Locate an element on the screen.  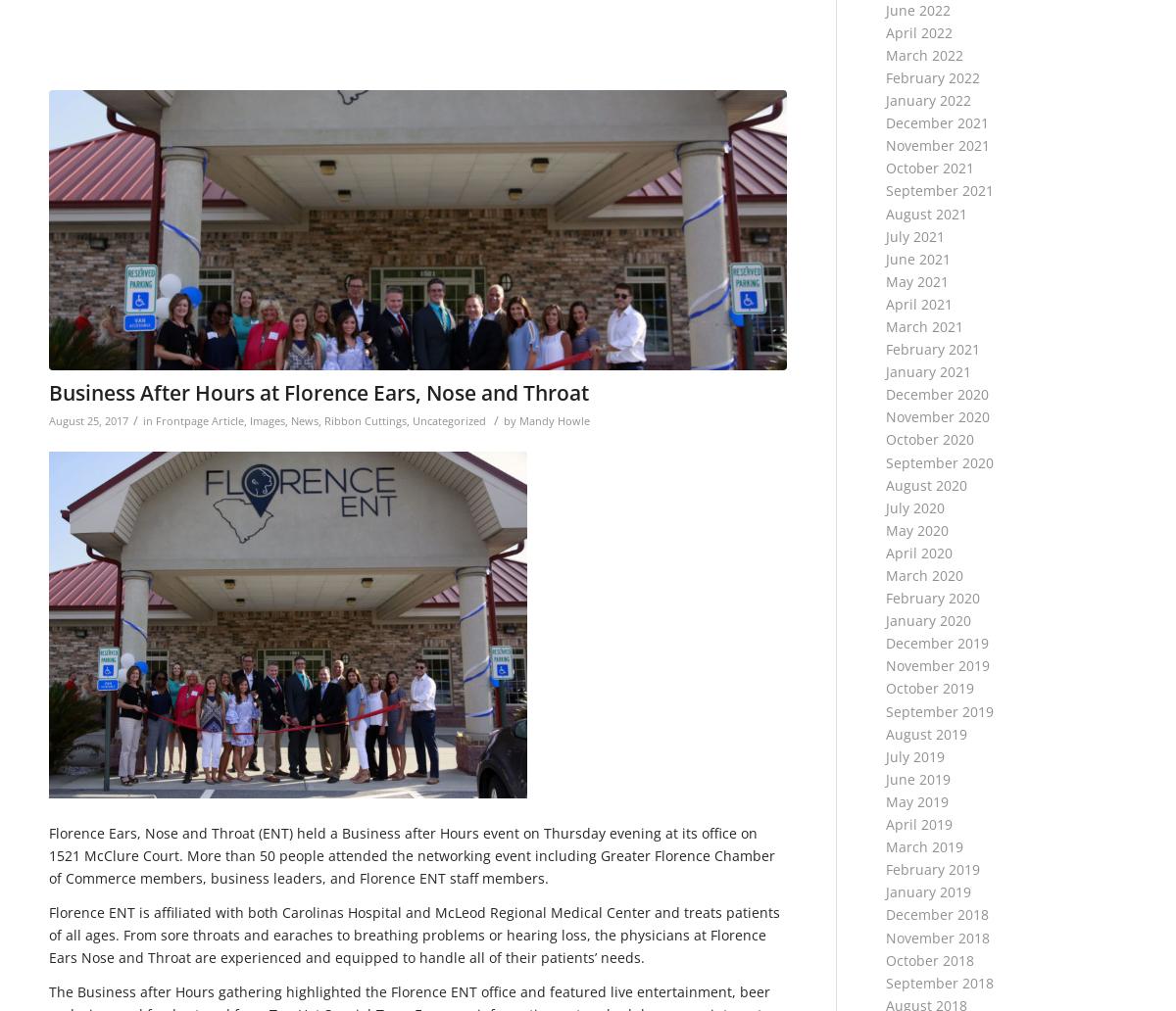
'December 2021' is located at coordinates (937, 122).